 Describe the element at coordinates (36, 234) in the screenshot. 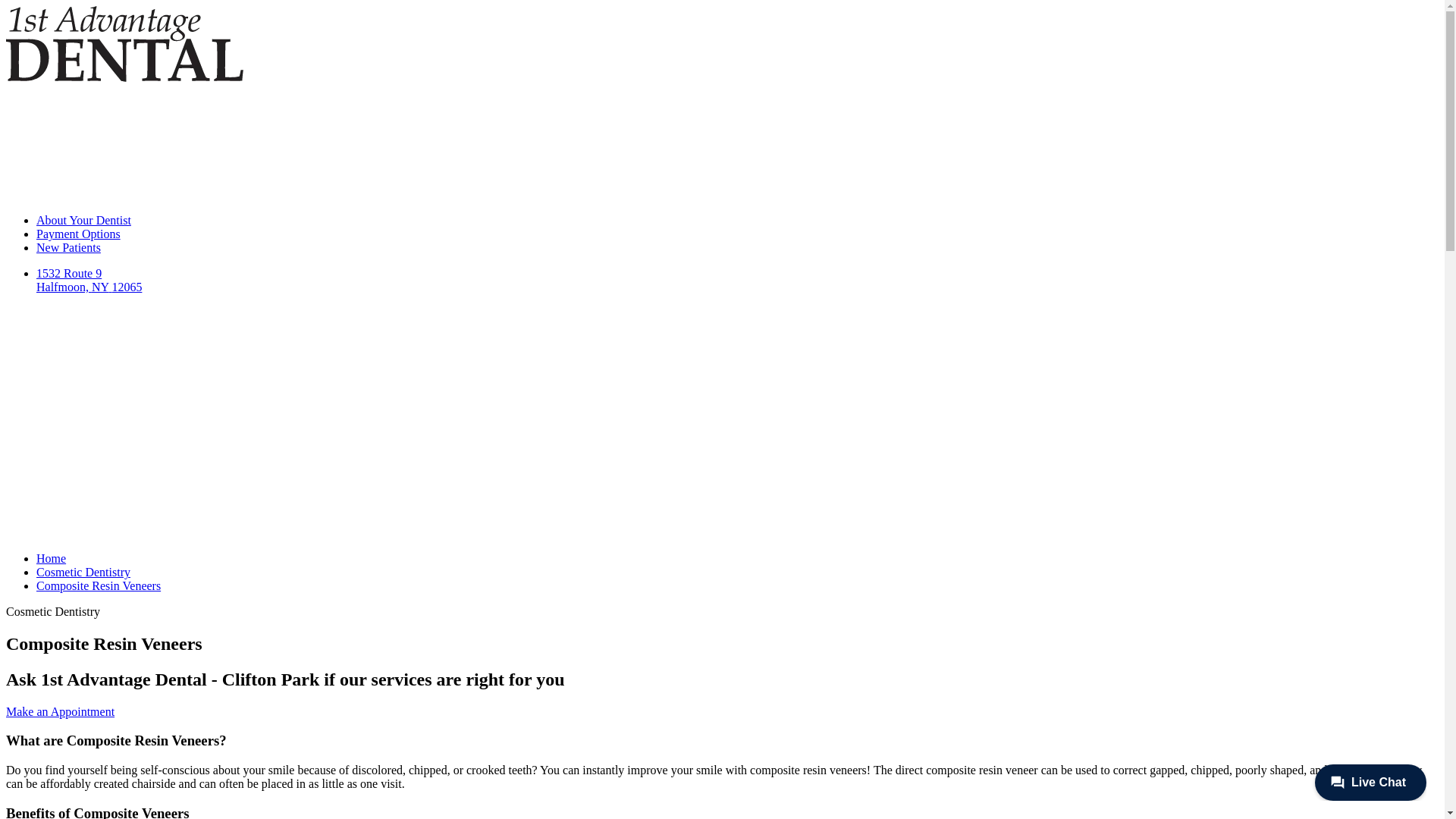

I see `'Payment Options'` at that location.